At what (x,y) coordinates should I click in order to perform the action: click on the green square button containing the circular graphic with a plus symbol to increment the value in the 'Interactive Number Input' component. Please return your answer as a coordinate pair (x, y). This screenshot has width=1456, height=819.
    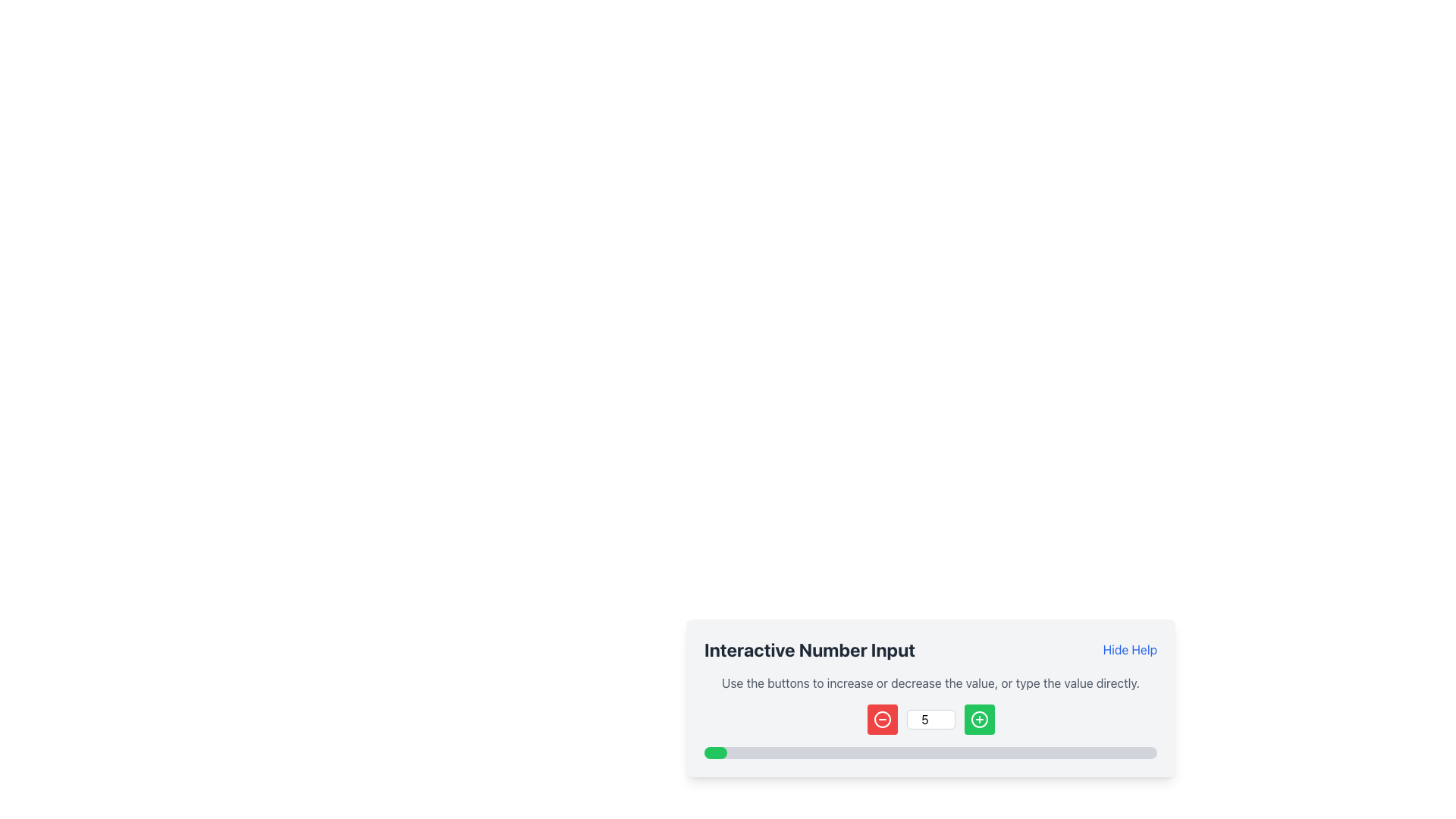
    Looking at the image, I should click on (979, 718).